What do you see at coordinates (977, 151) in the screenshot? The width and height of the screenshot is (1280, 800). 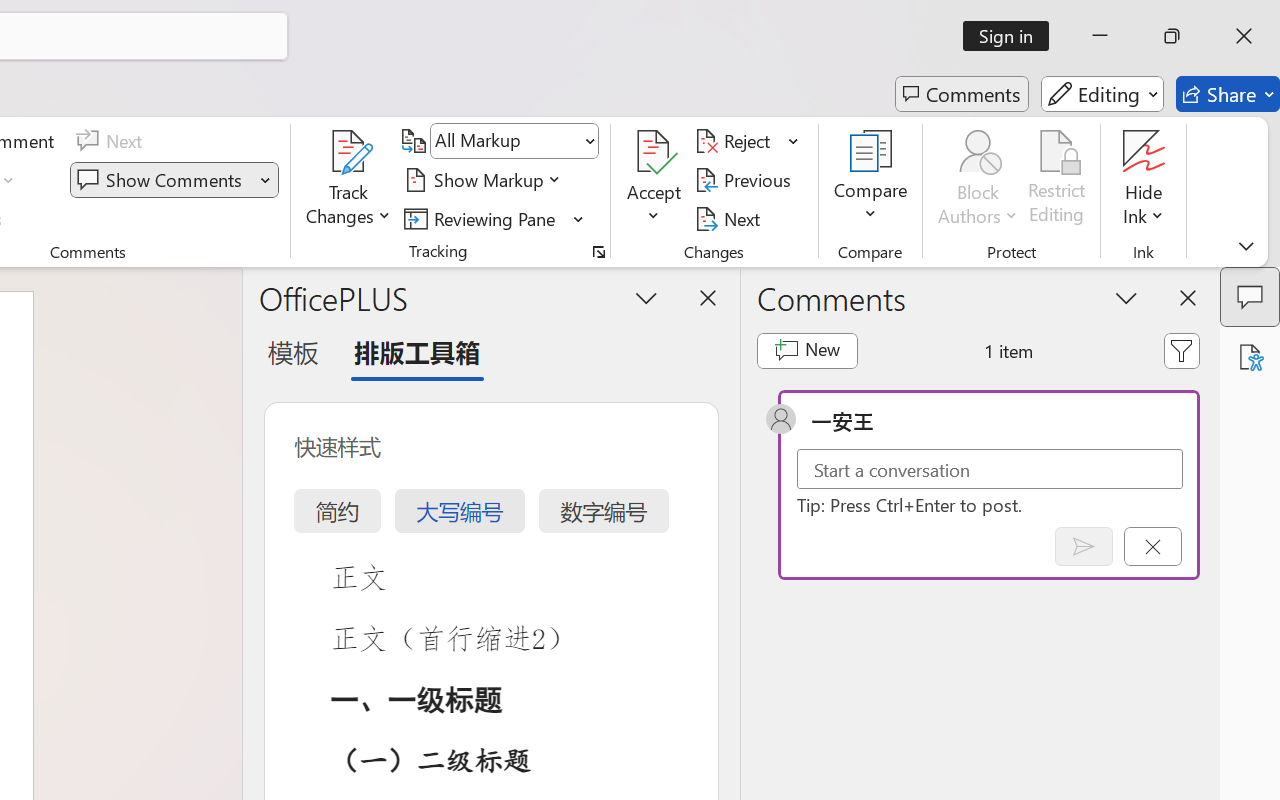 I see `'Block Authors'` at bounding box center [977, 151].